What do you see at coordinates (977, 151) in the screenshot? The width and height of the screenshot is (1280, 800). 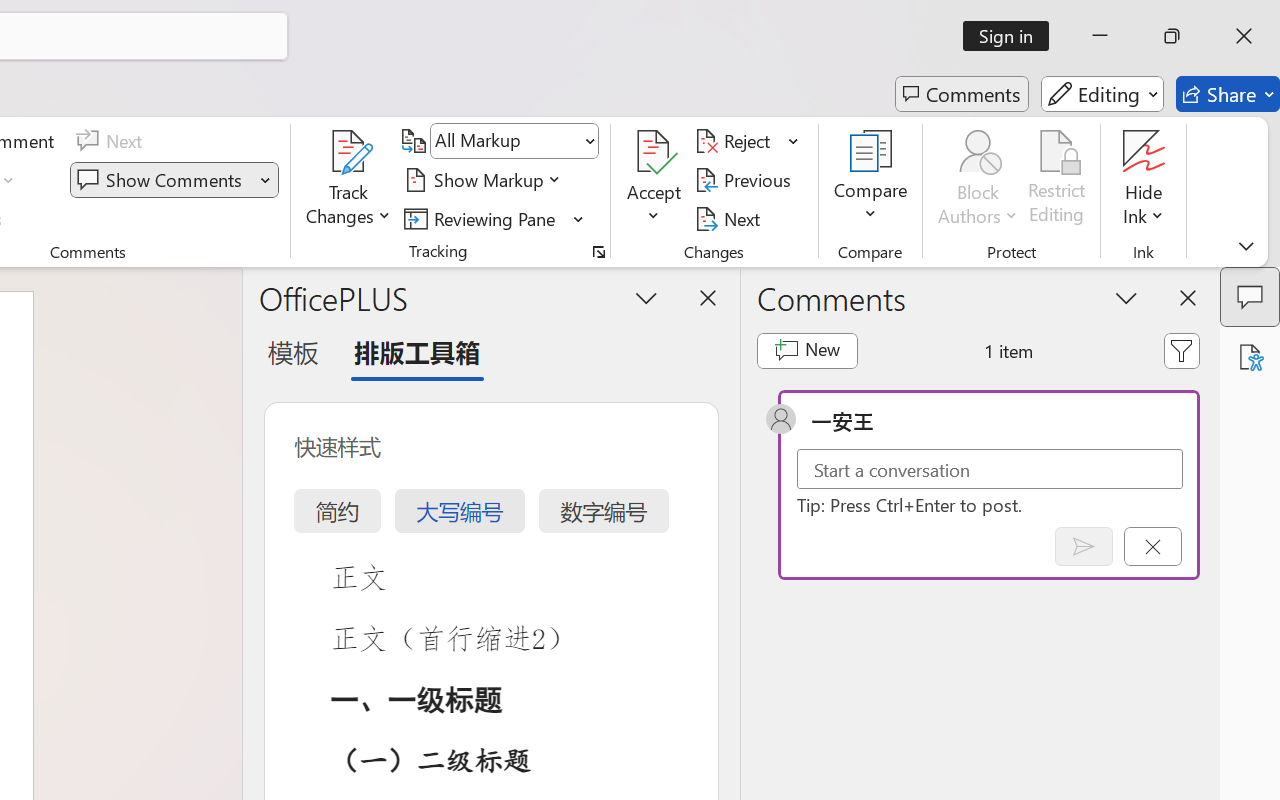 I see `'Block Authors'` at bounding box center [977, 151].